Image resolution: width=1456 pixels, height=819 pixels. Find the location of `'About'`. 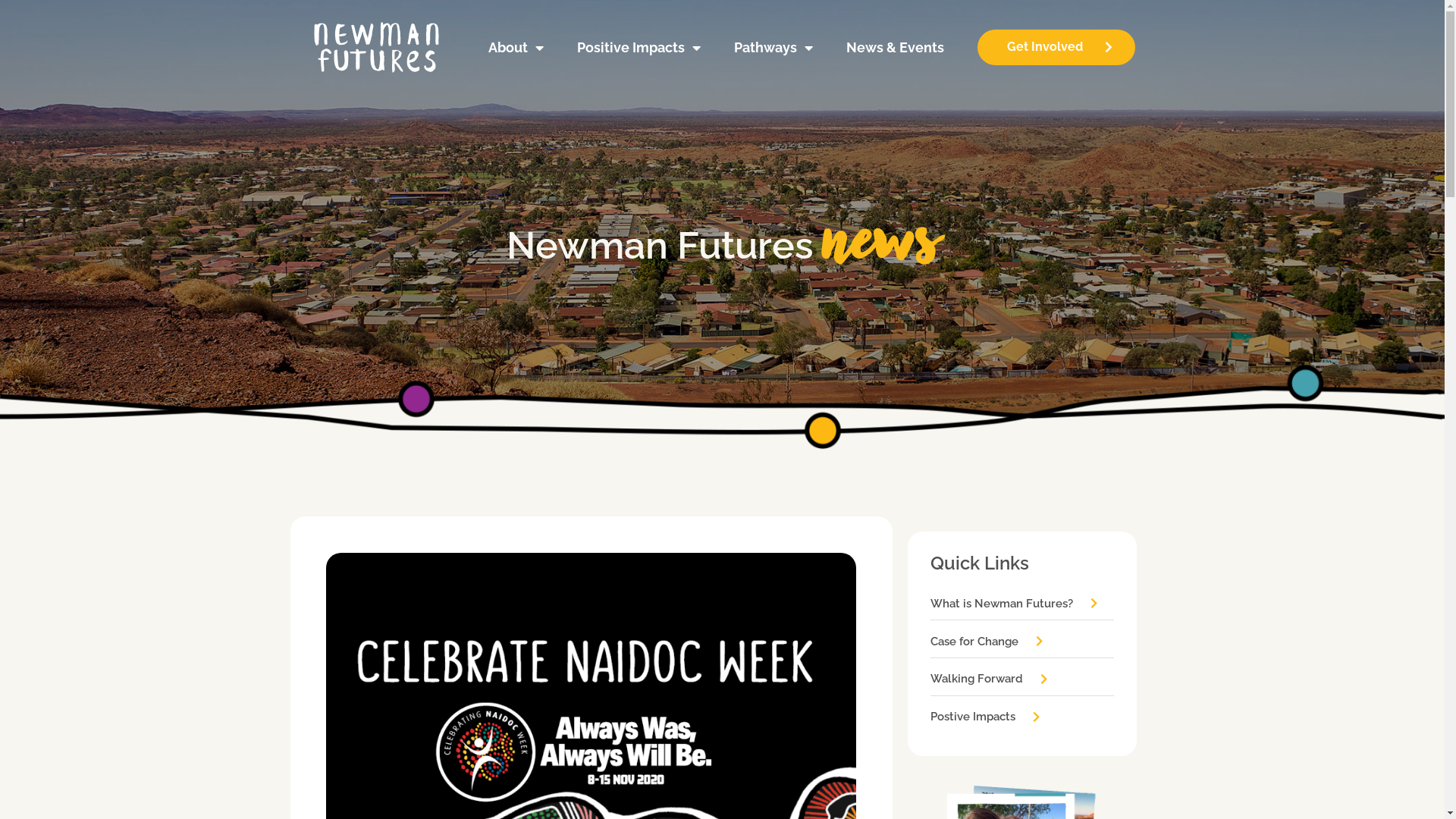

'About' is located at coordinates (475, 46).